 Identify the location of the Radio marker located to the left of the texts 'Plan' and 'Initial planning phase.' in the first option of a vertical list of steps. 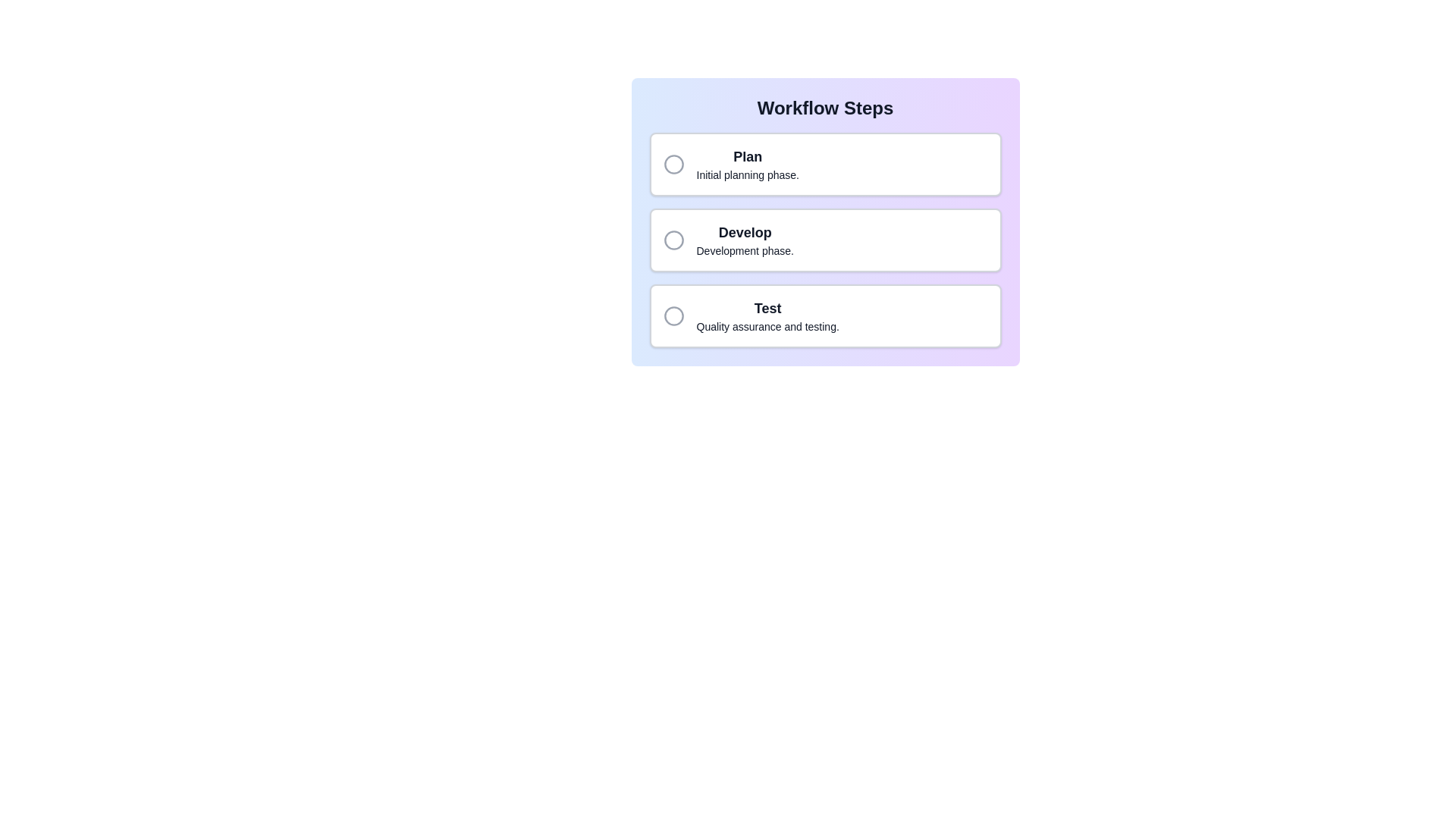
(673, 164).